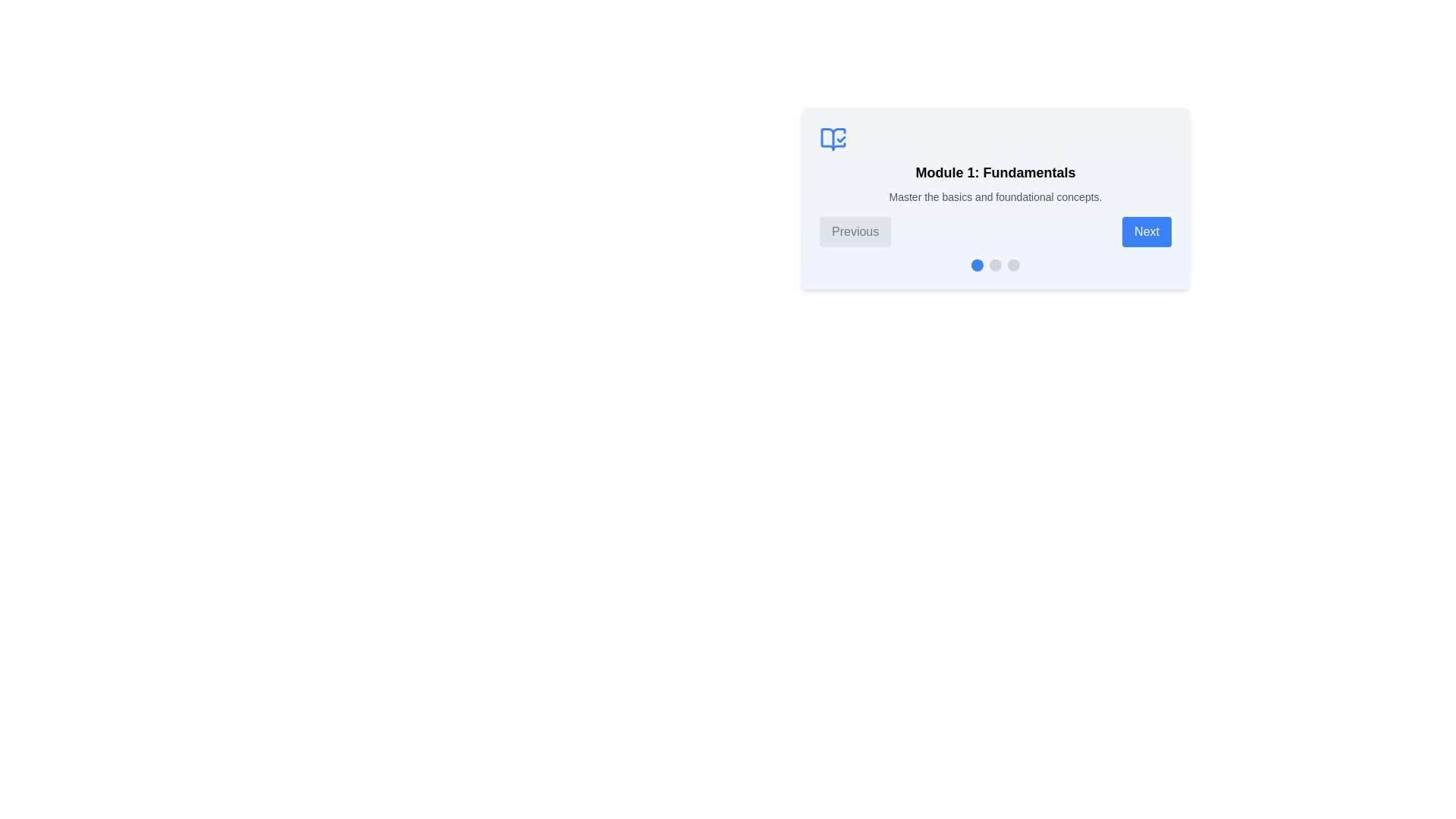 This screenshot has height=819, width=1456. What do you see at coordinates (833, 140) in the screenshot?
I see `the current module icon to view it` at bounding box center [833, 140].